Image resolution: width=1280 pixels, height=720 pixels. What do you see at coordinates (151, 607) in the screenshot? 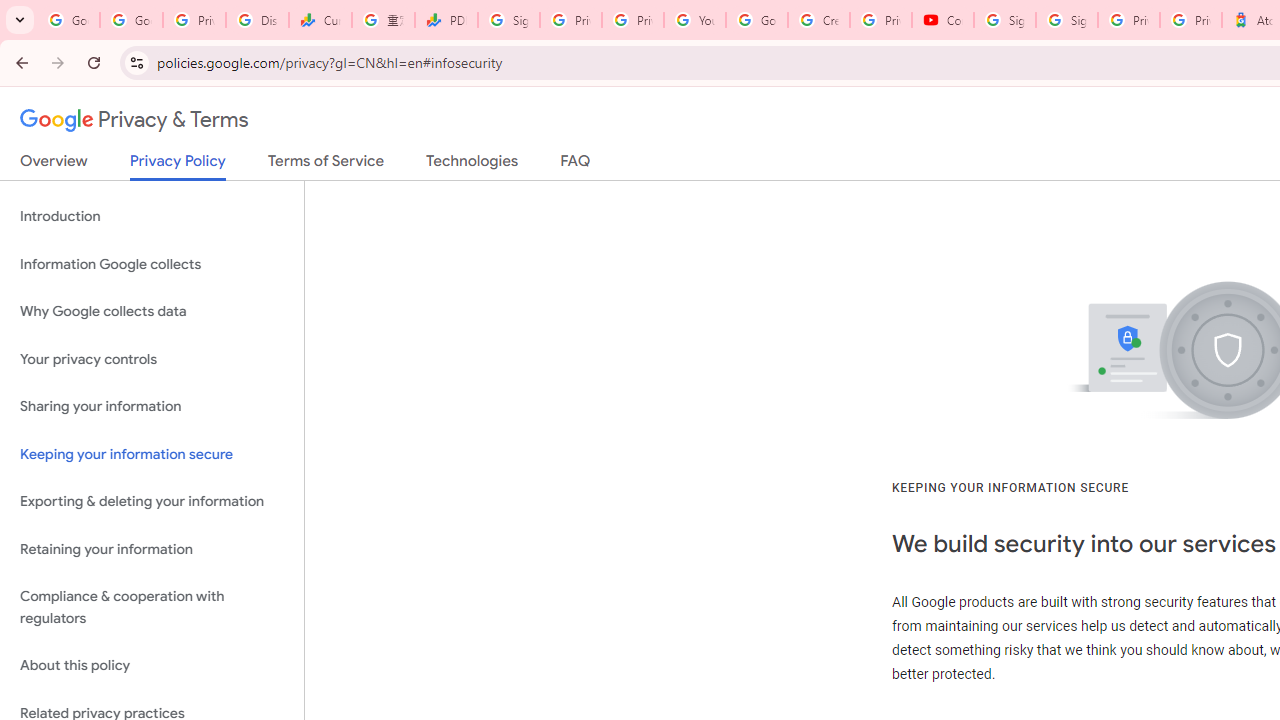
I see `'Compliance & cooperation with regulators'` at bounding box center [151, 607].